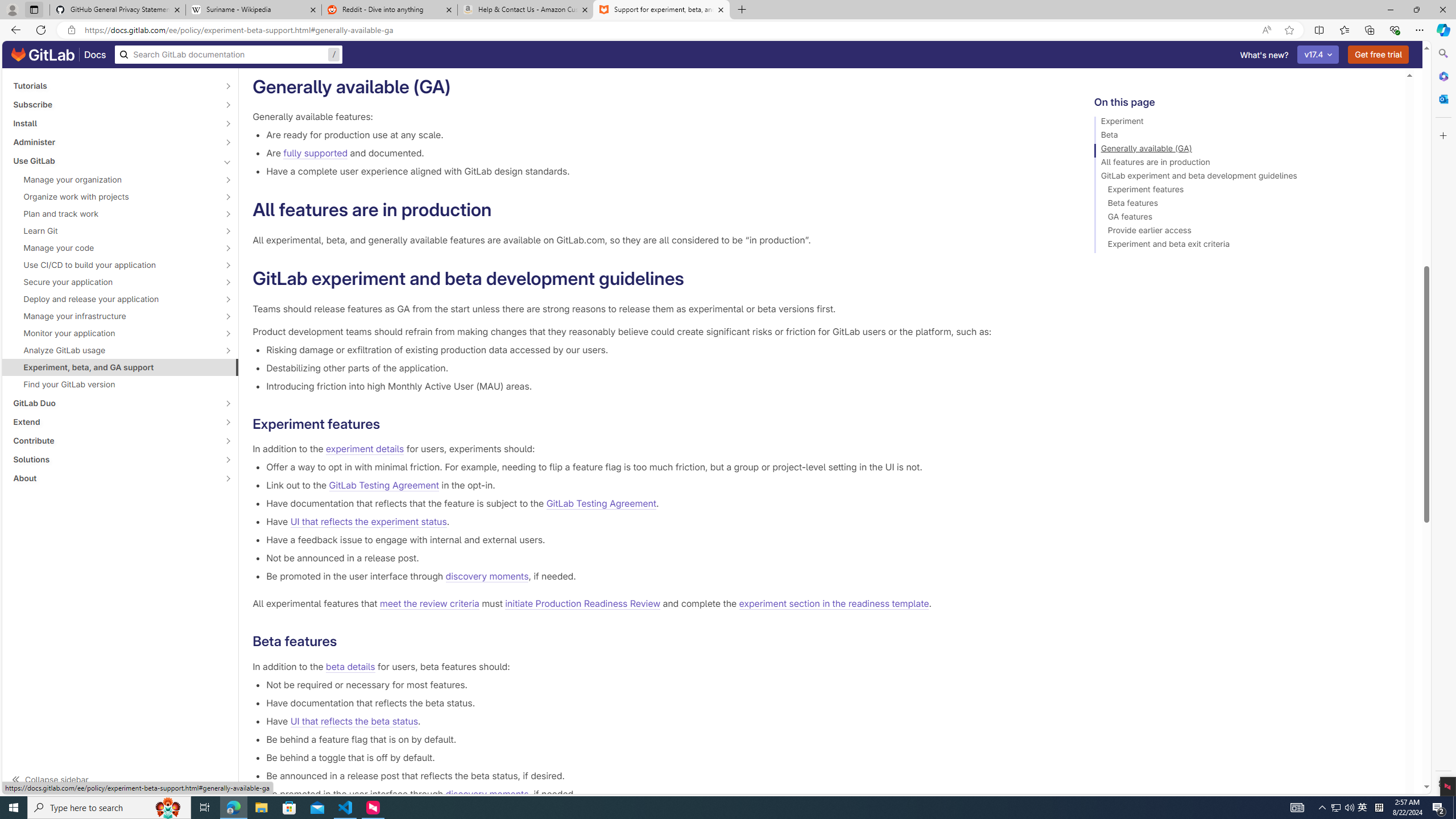 This screenshot has height=819, width=1456. I want to click on 'Subscribe', so click(113, 104).